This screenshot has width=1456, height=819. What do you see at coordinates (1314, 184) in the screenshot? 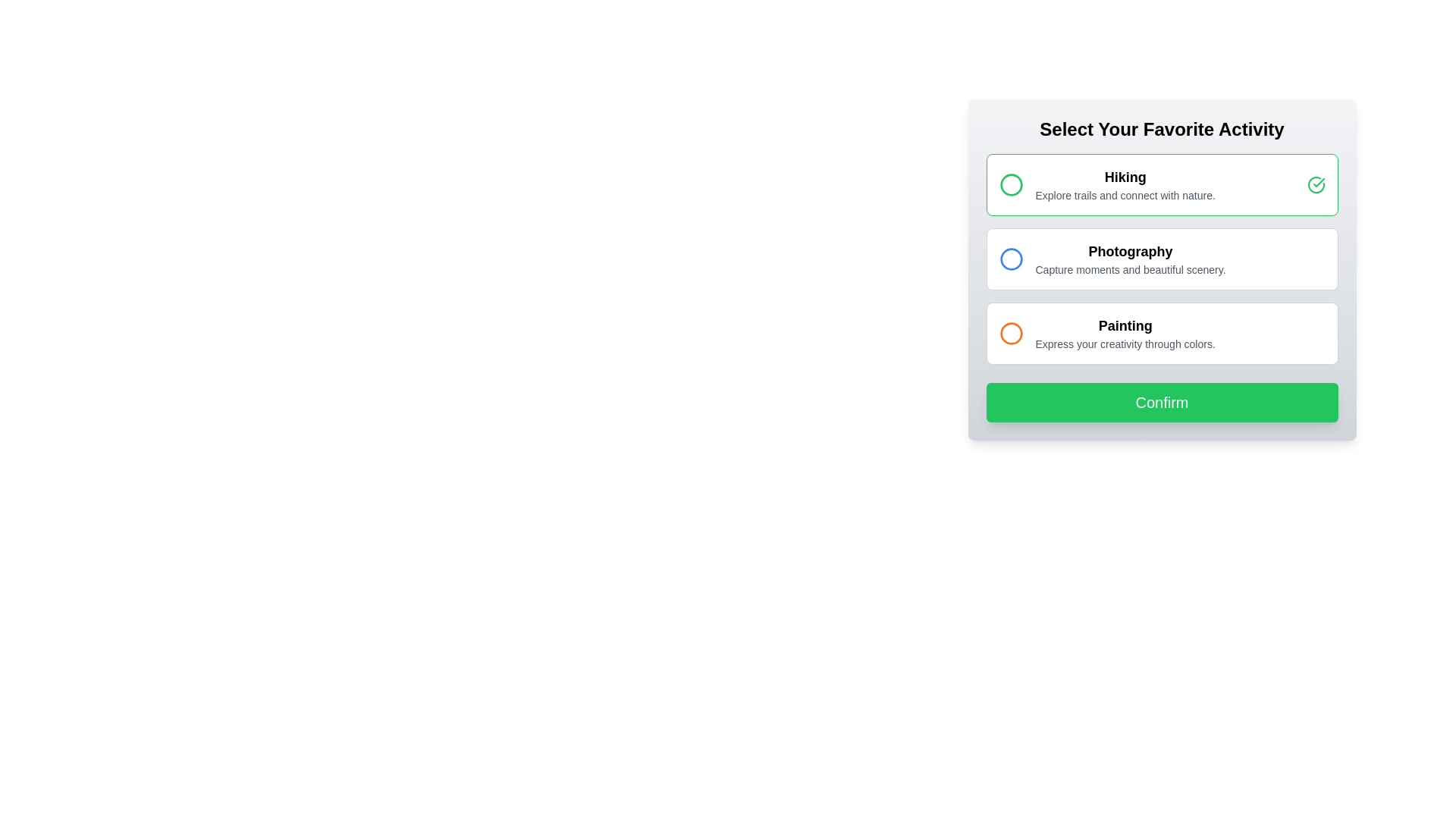
I see `the 'Hiking' option icon that indicates selection, located inside the 'Hiking' option box on the right side, aligned with the text below the title 'Hiking'` at bounding box center [1314, 184].